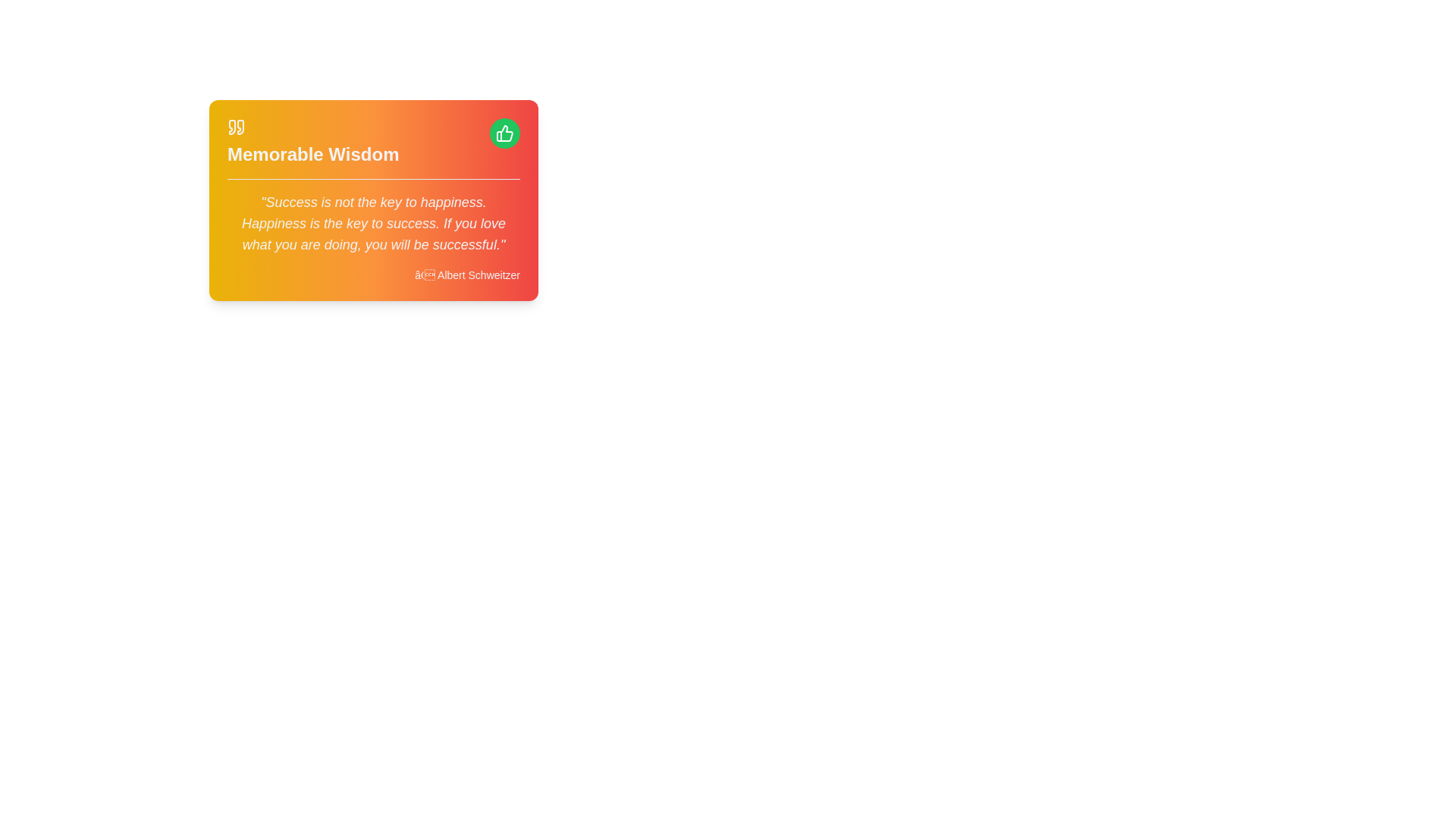  What do you see at coordinates (312, 155) in the screenshot?
I see `text component displaying the phrase 'Memorable Wisdom' which is bold and large with a gradient background in warm tones, located in the upper-left section of a card layout` at bounding box center [312, 155].